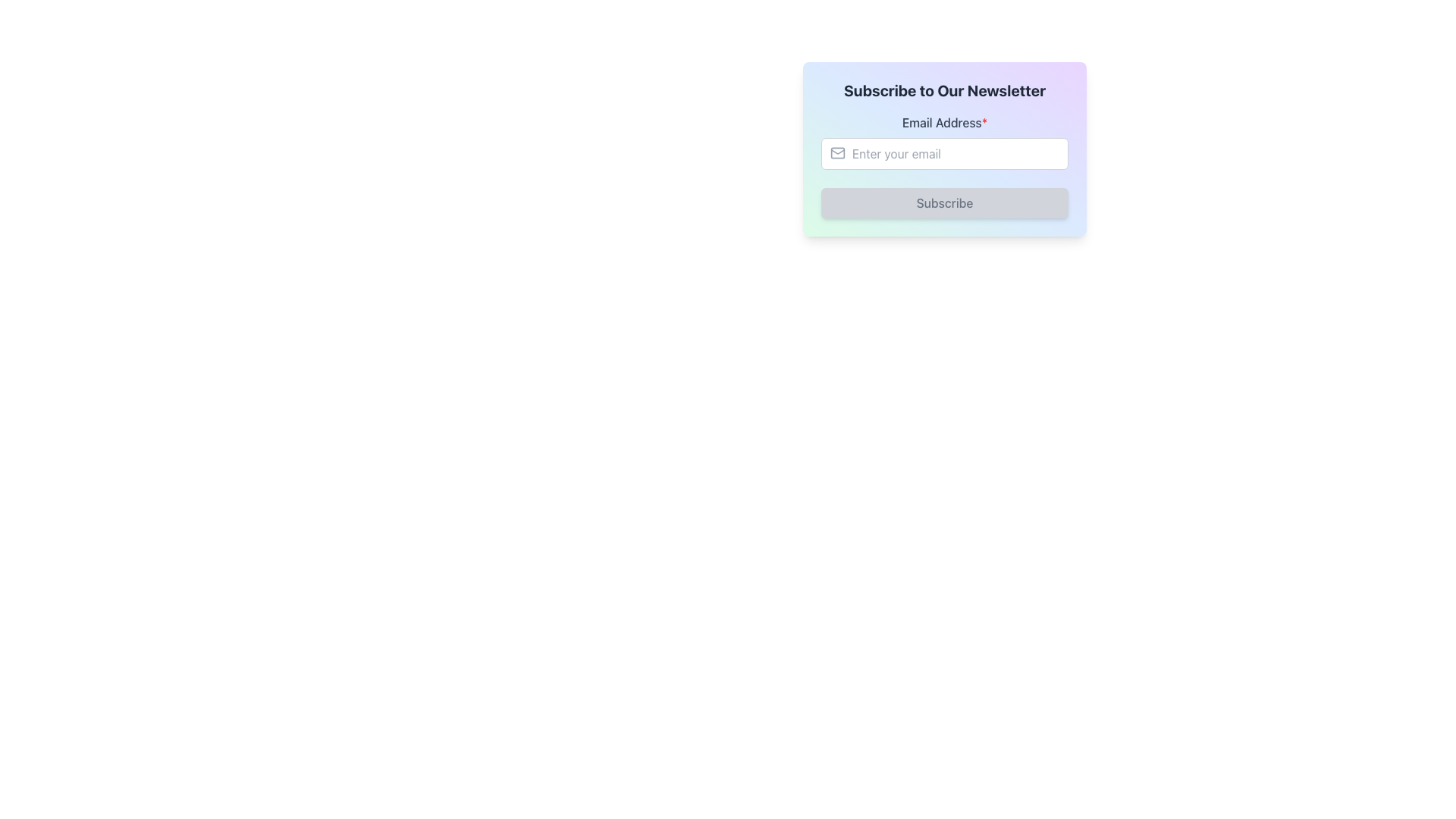 The width and height of the screenshot is (1456, 819). Describe the element at coordinates (944, 122) in the screenshot. I see `Text Label indicating the purpose of the email input field within the pop-up section, located below the header 'Subscribe to Our Newsletter'` at that location.